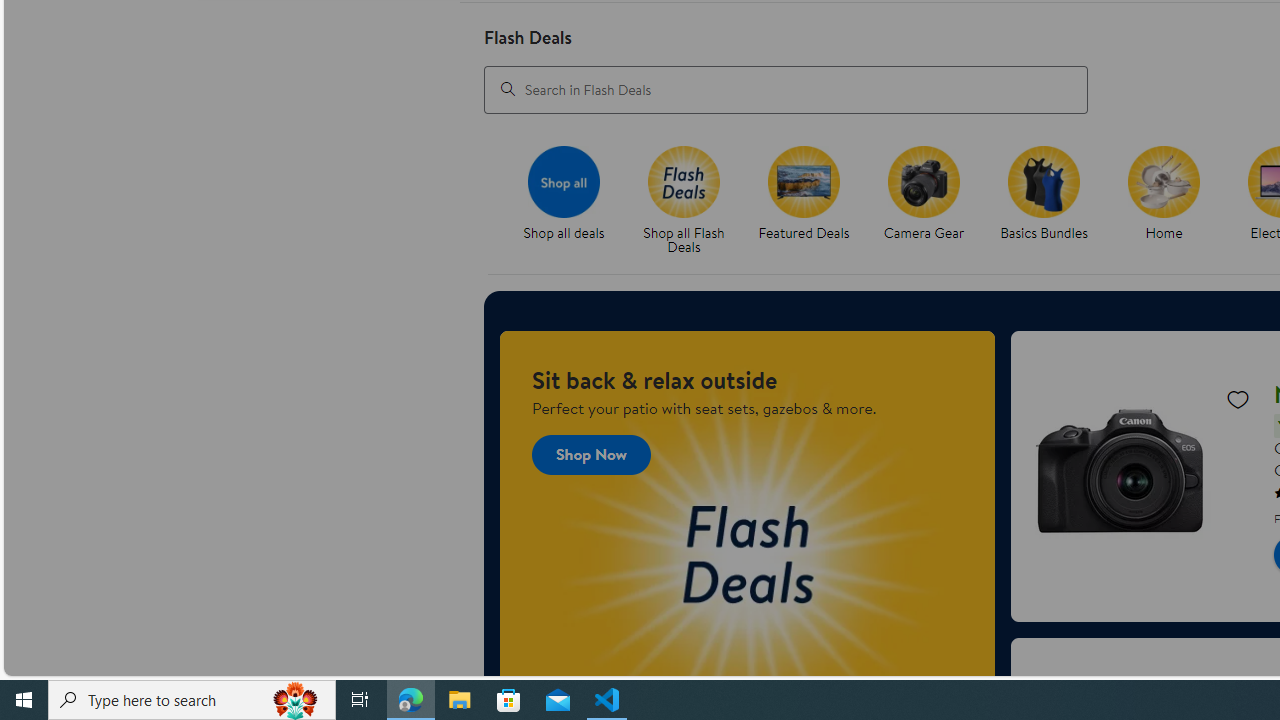  I want to click on 'Basics Bundles', so click(1051, 201).